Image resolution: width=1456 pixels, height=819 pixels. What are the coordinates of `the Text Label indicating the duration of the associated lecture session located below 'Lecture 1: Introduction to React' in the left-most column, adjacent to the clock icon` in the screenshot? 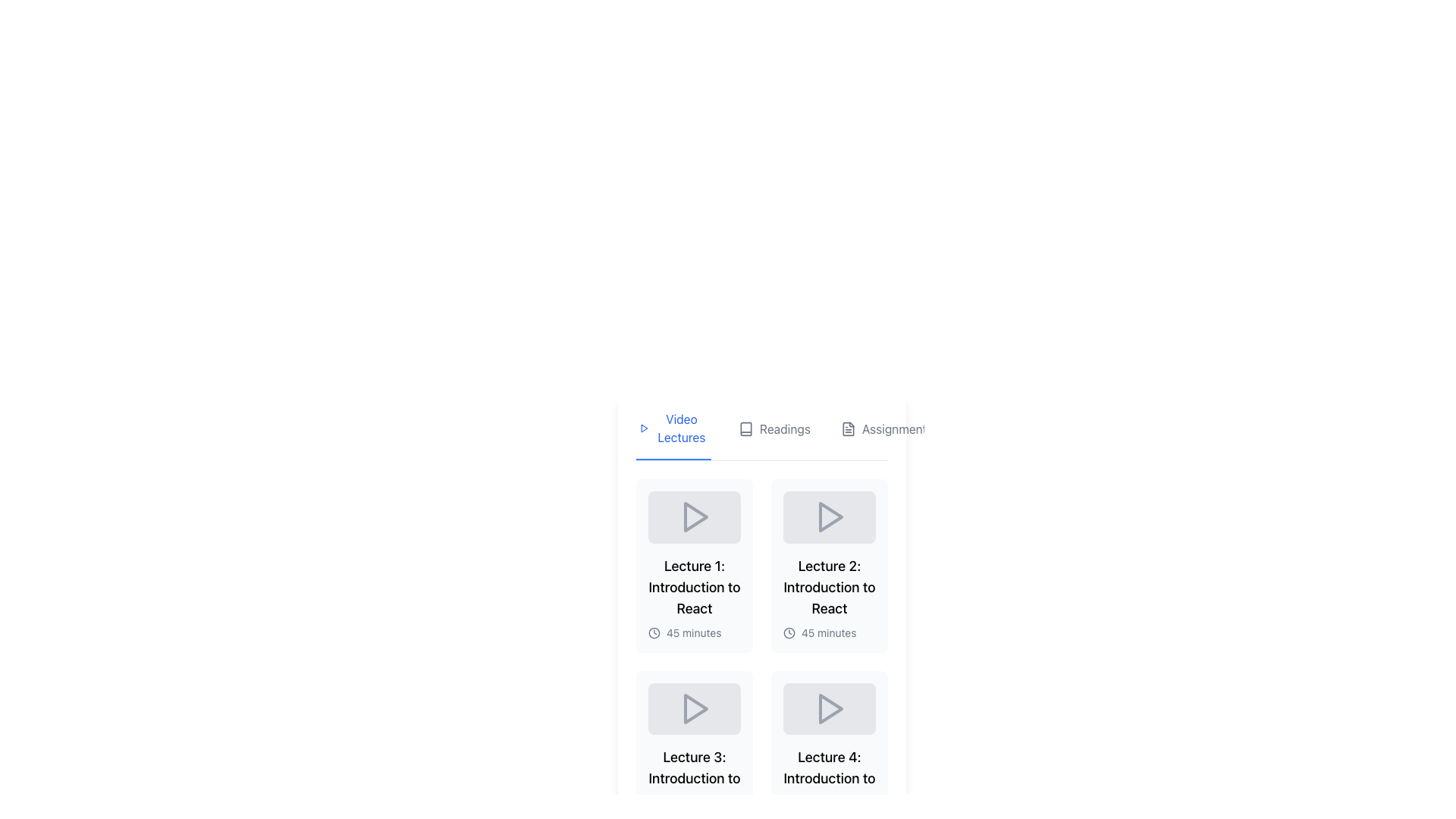 It's located at (693, 632).